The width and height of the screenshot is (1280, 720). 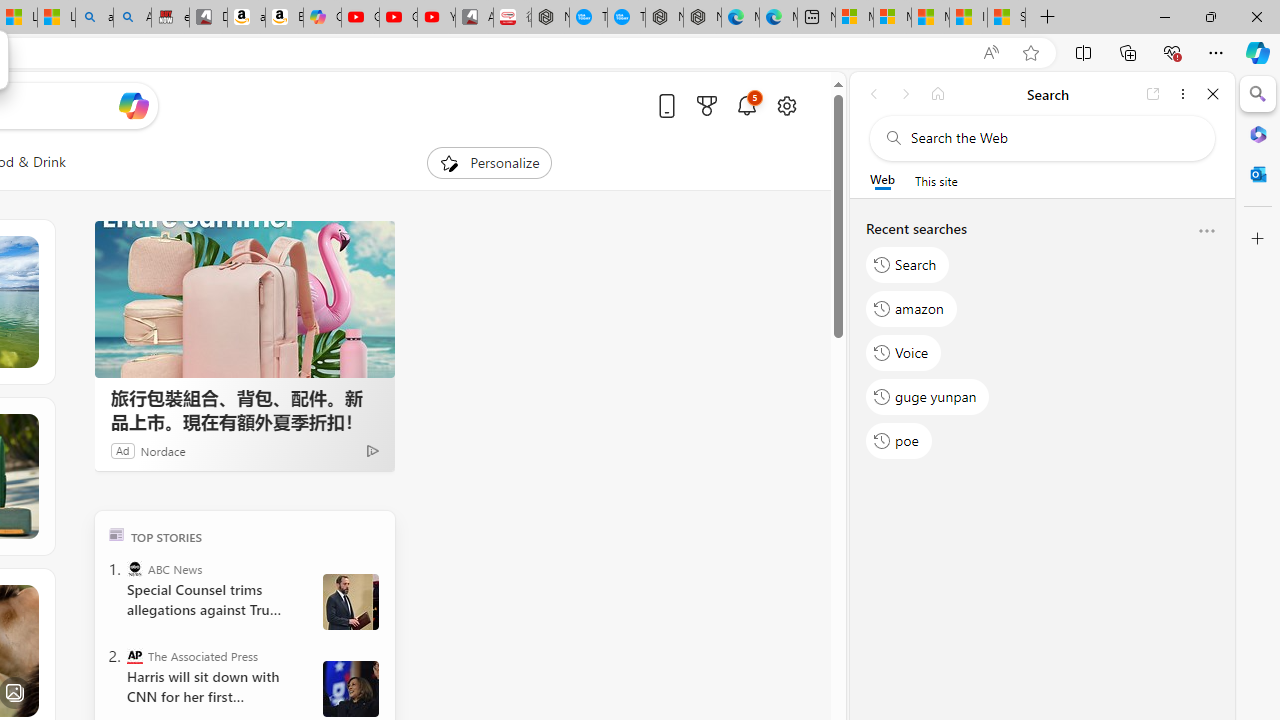 I want to click on 'Copilot', so click(x=321, y=17).